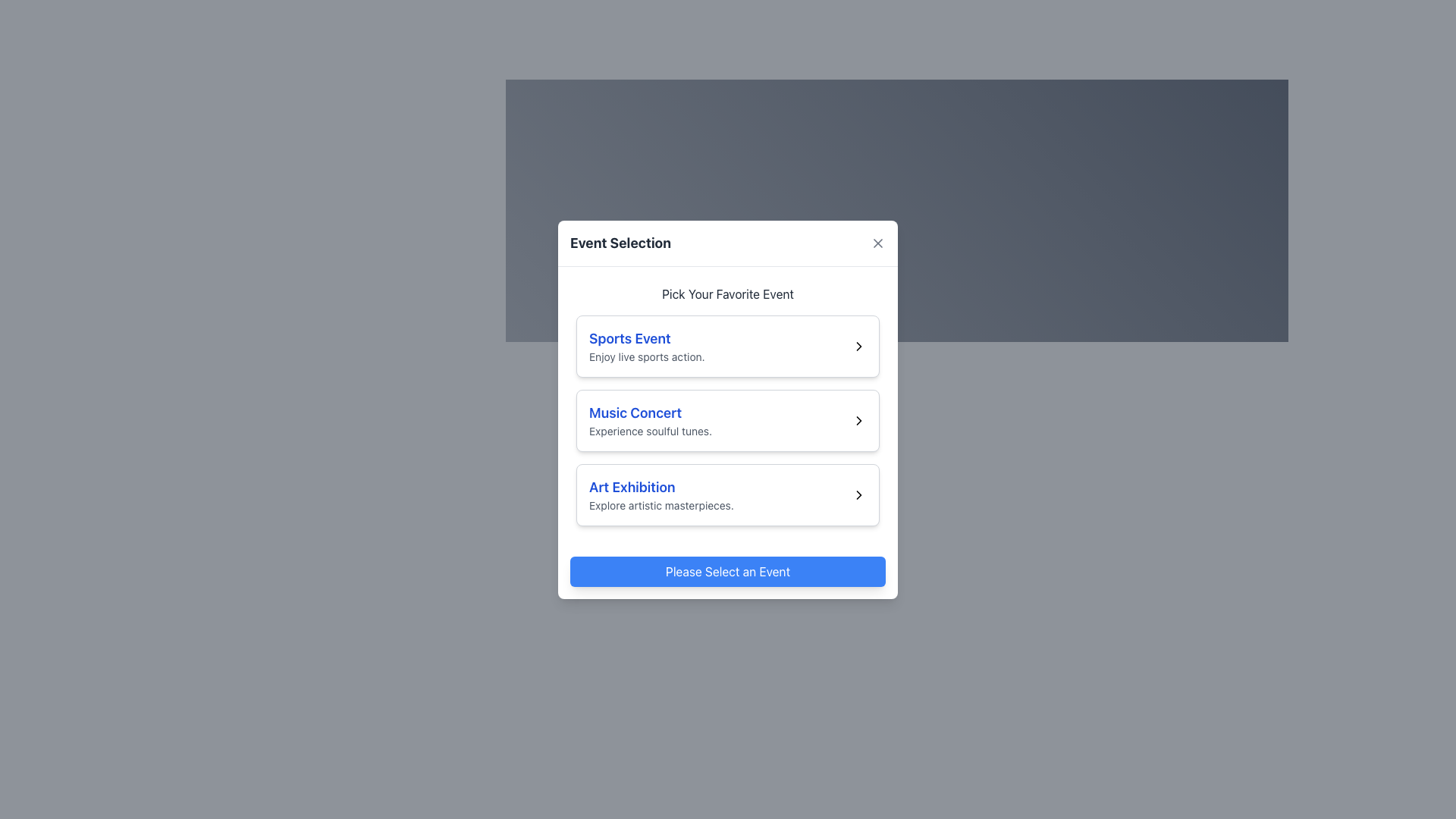 This screenshot has width=1456, height=819. Describe the element at coordinates (877, 242) in the screenshot. I see `the circular close button with an 'X' icon in the top-right corner of the 'Event Selection' dialog` at that location.